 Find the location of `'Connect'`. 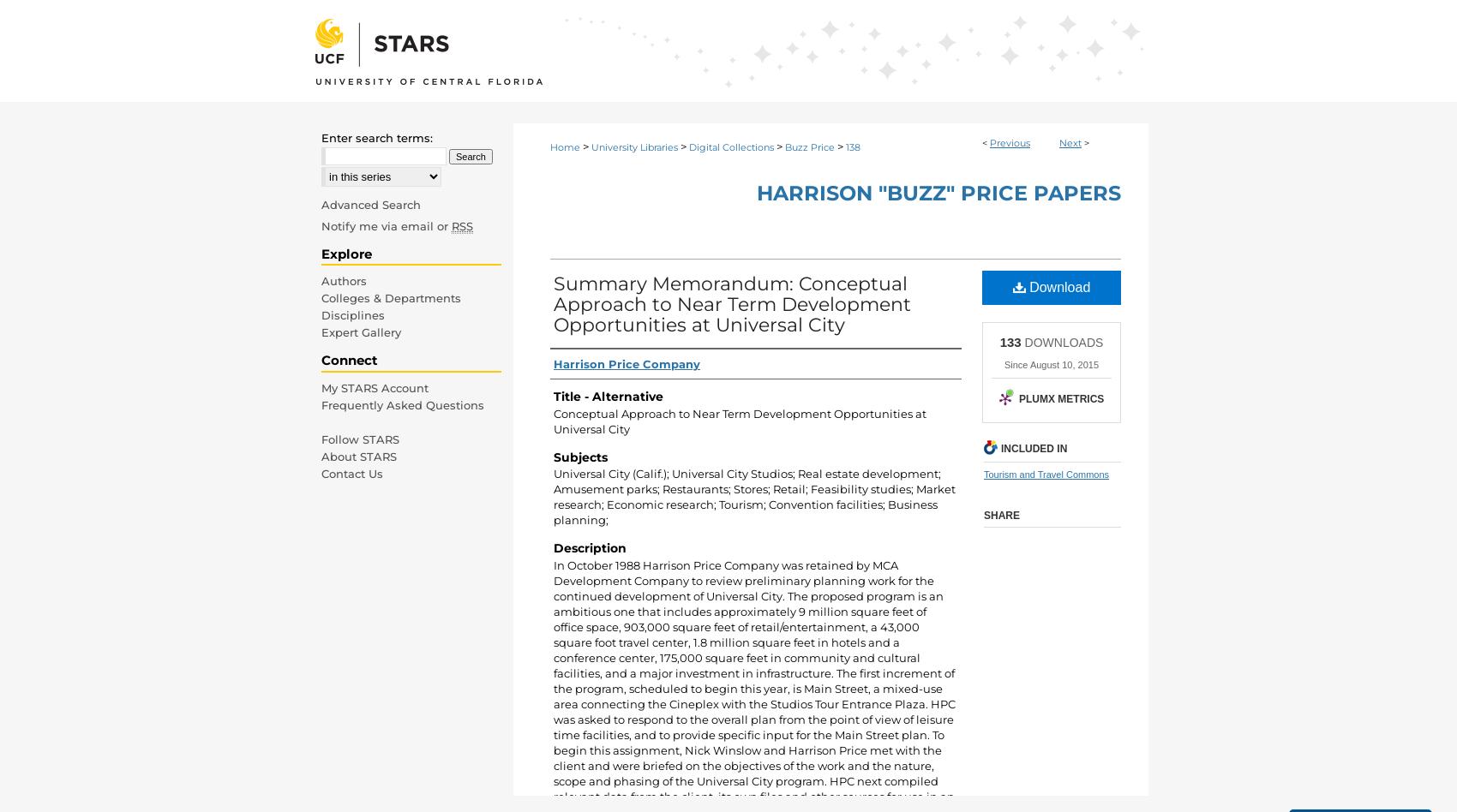

'Connect' is located at coordinates (349, 359).